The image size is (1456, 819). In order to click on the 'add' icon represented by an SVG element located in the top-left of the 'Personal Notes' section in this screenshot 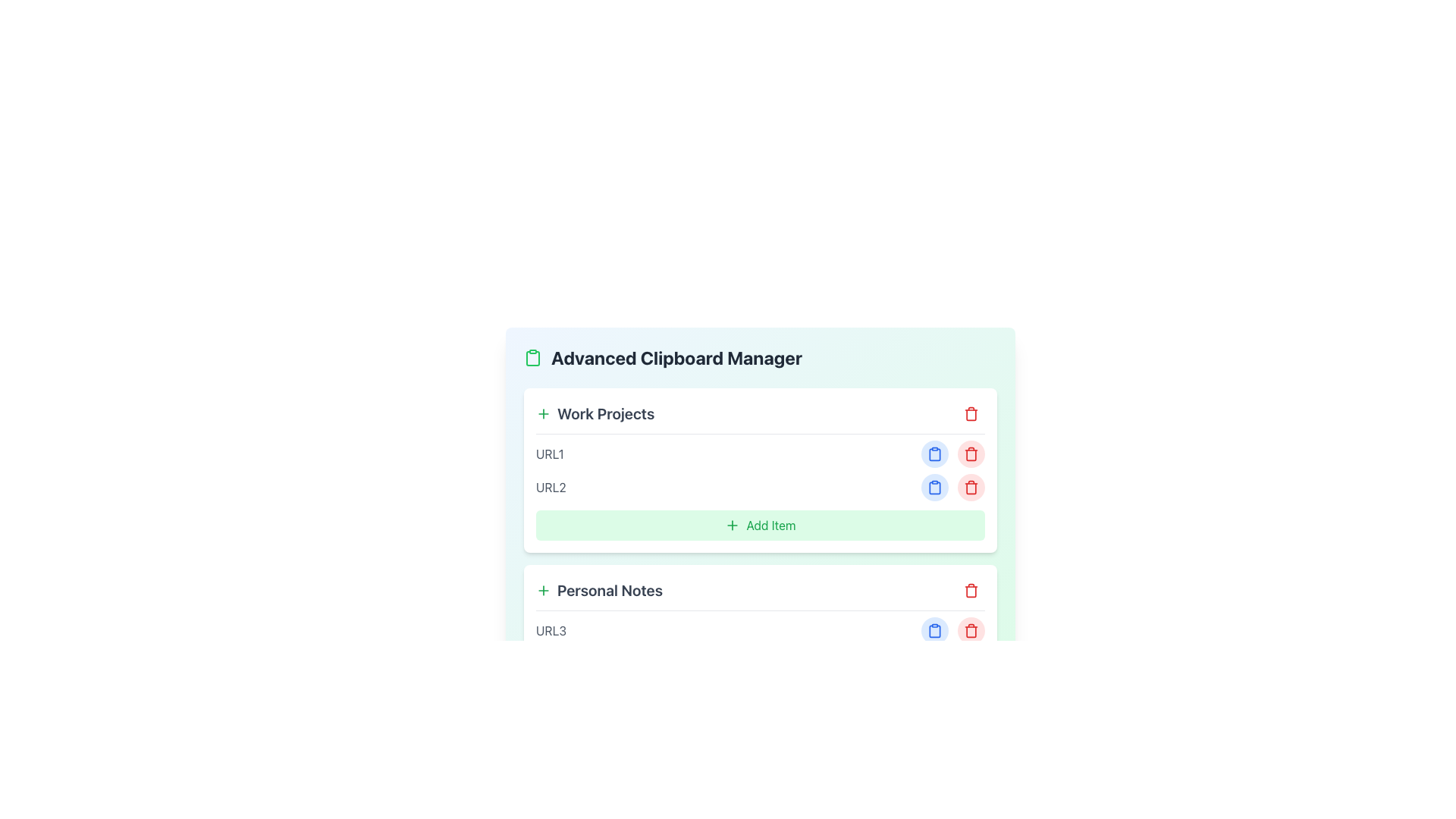, I will do `click(543, 590)`.